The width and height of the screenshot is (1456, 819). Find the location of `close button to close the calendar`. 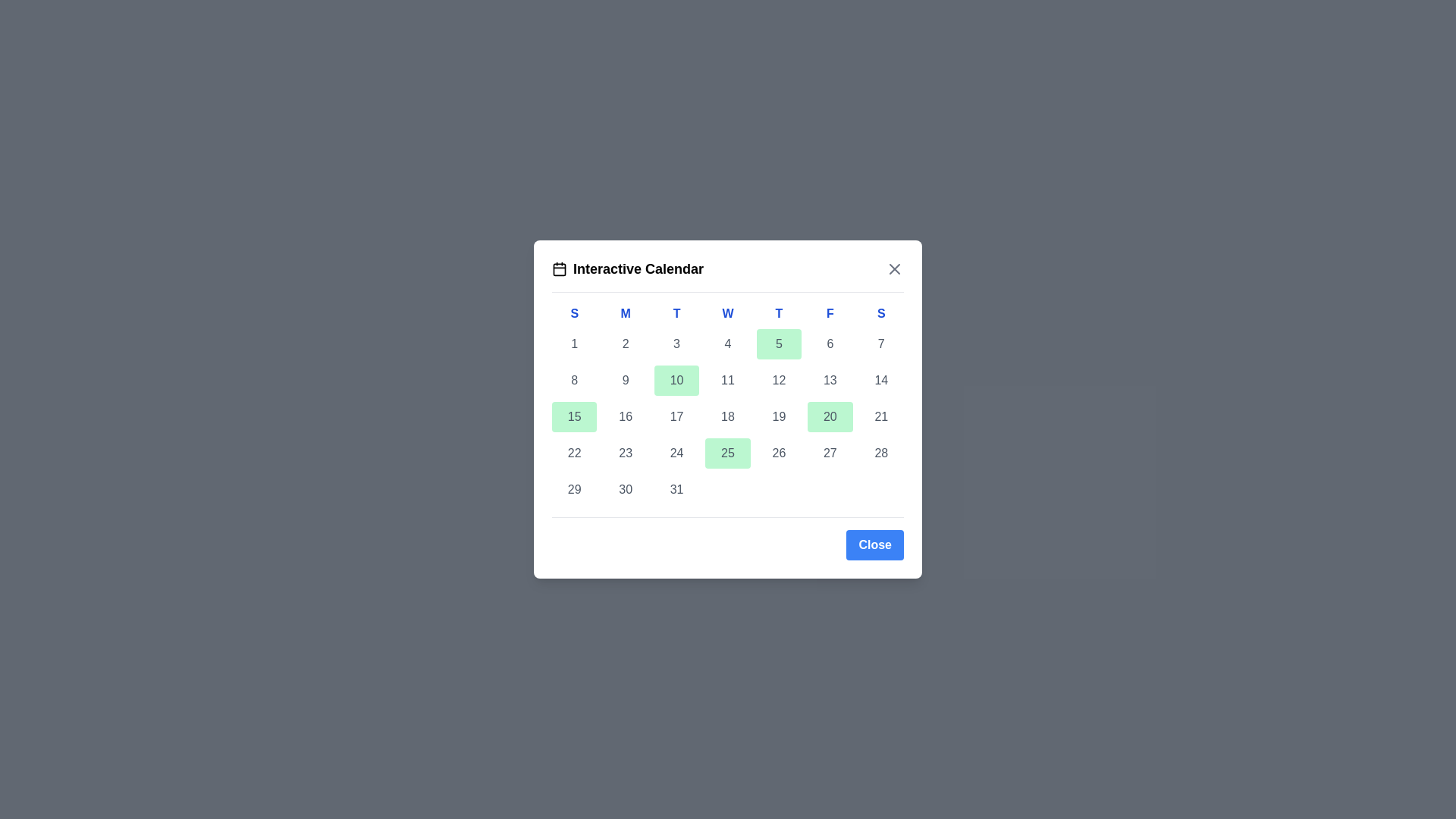

close button to close the calendar is located at coordinates (874, 544).